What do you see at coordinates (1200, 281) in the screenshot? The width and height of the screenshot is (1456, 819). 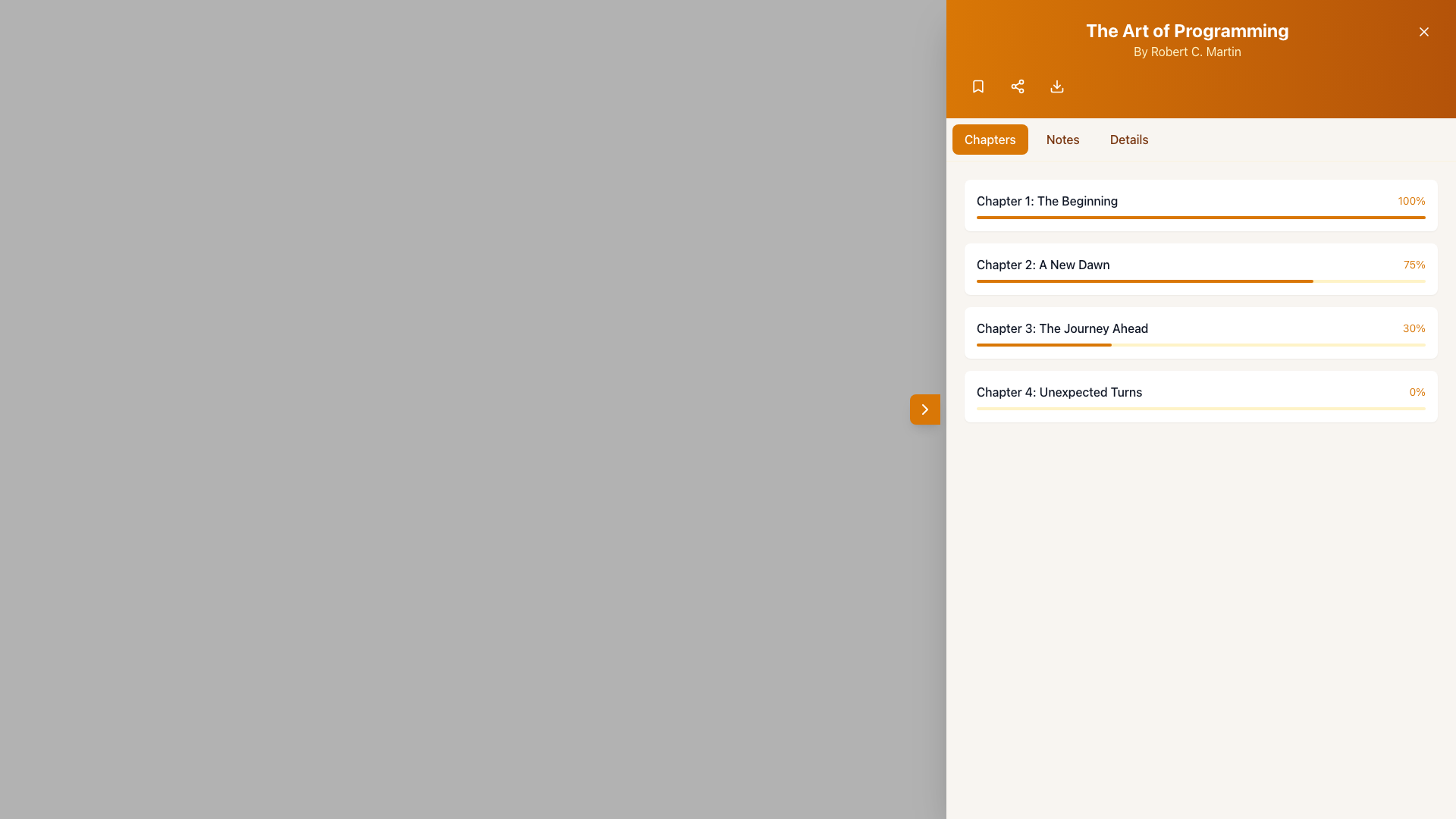 I see `the progress bar indicating 75% completion located at the bottom of the card labeled 'Chapter 2: A New Dawn'` at bounding box center [1200, 281].